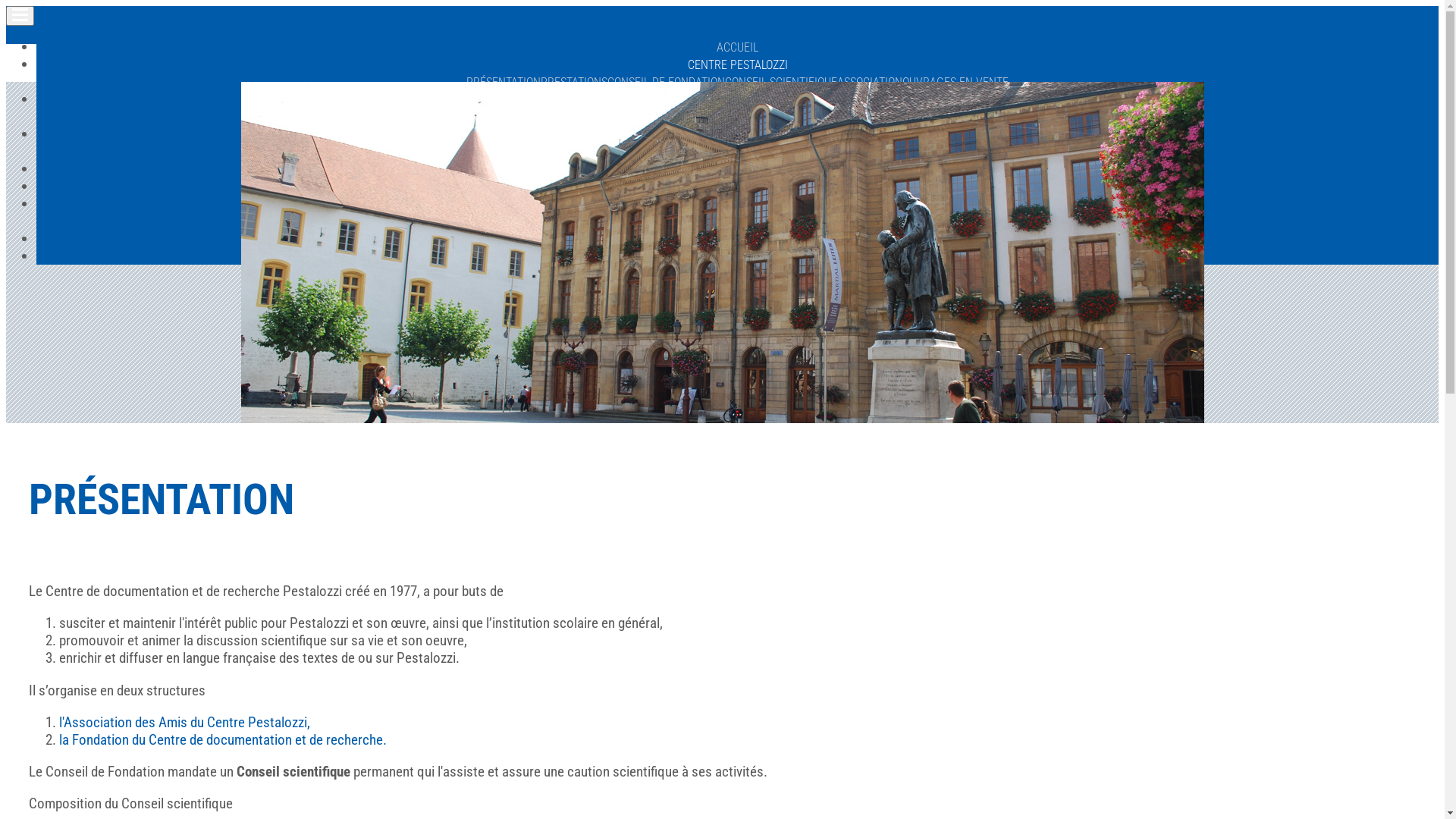  Describe the element at coordinates (573, 82) in the screenshot. I see `'PRESTATIONS'` at that location.